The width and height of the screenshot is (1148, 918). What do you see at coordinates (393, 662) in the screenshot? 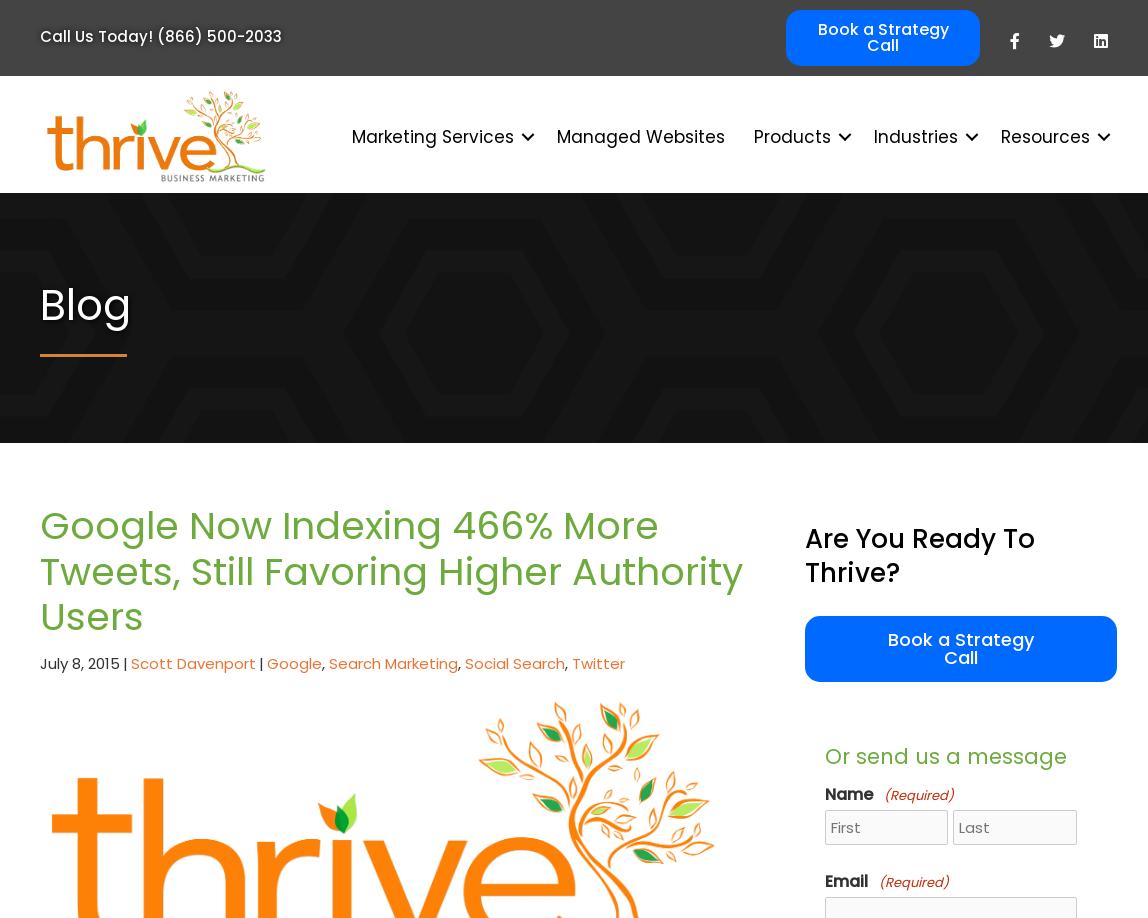
I see `'Search Marketing'` at bounding box center [393, 662].